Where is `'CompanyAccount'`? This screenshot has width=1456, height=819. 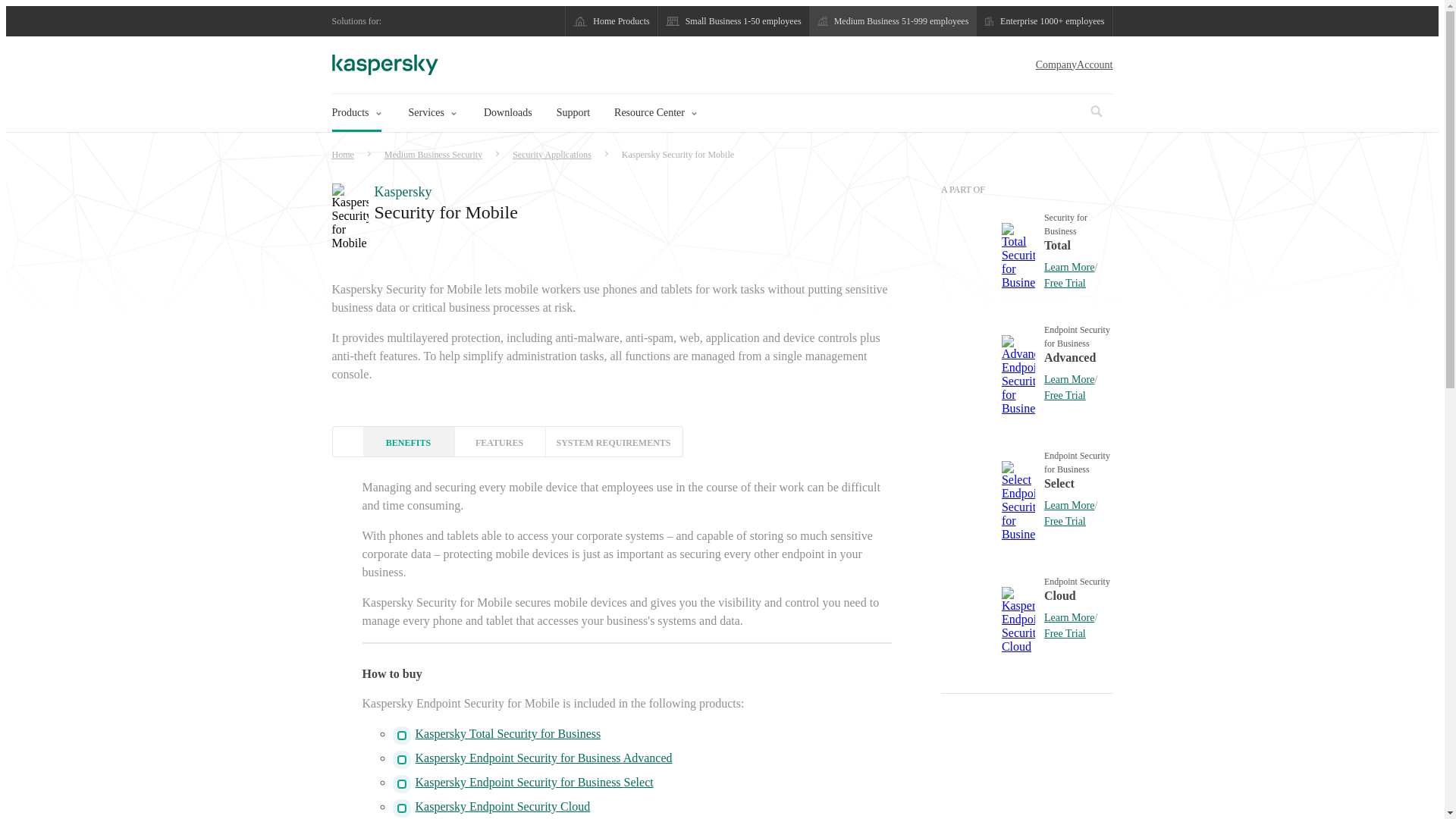
'CompanyAccount' is located at coordinates (1073, 64).